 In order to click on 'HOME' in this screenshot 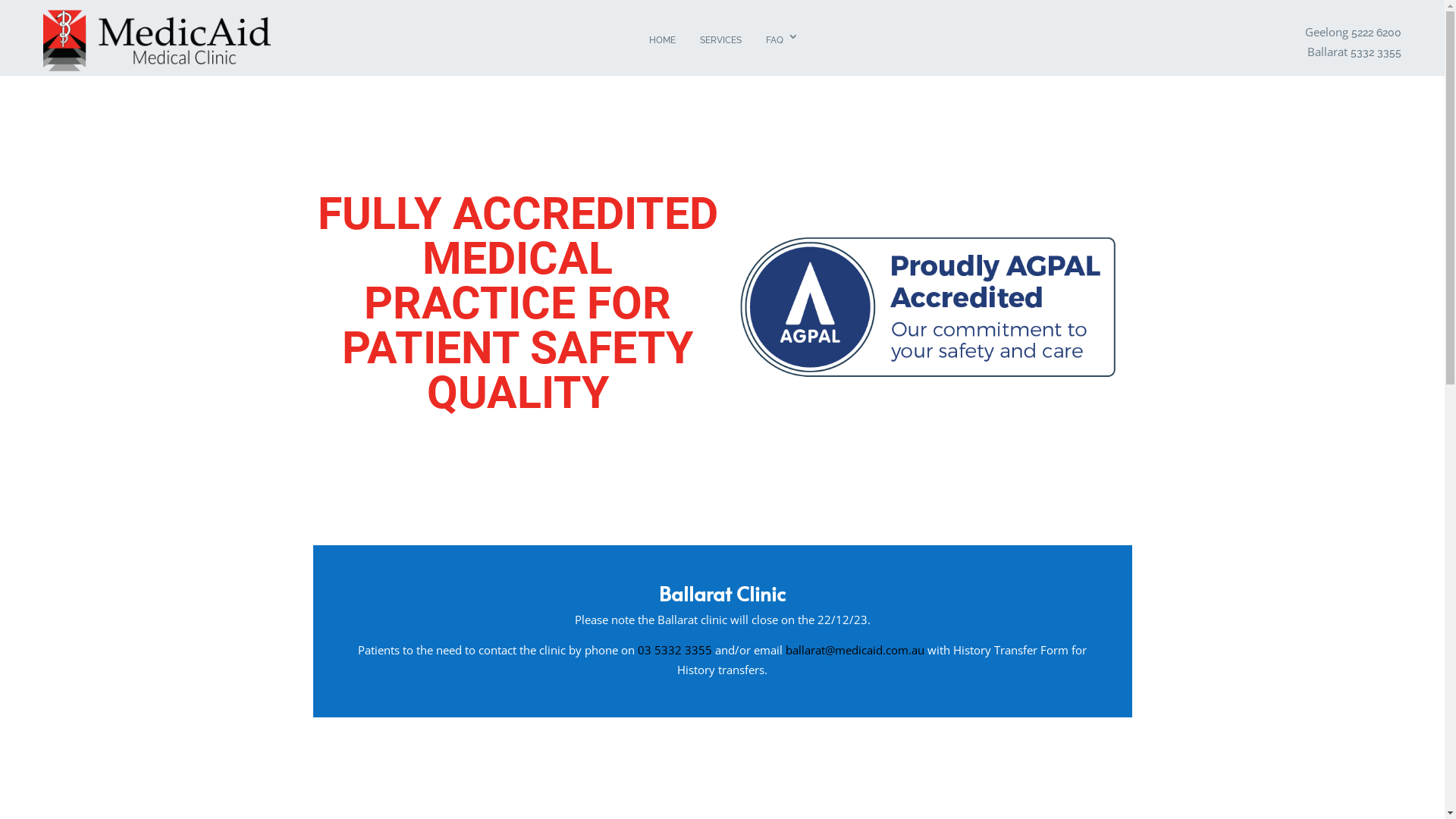, I will do `click(662, 40)`.